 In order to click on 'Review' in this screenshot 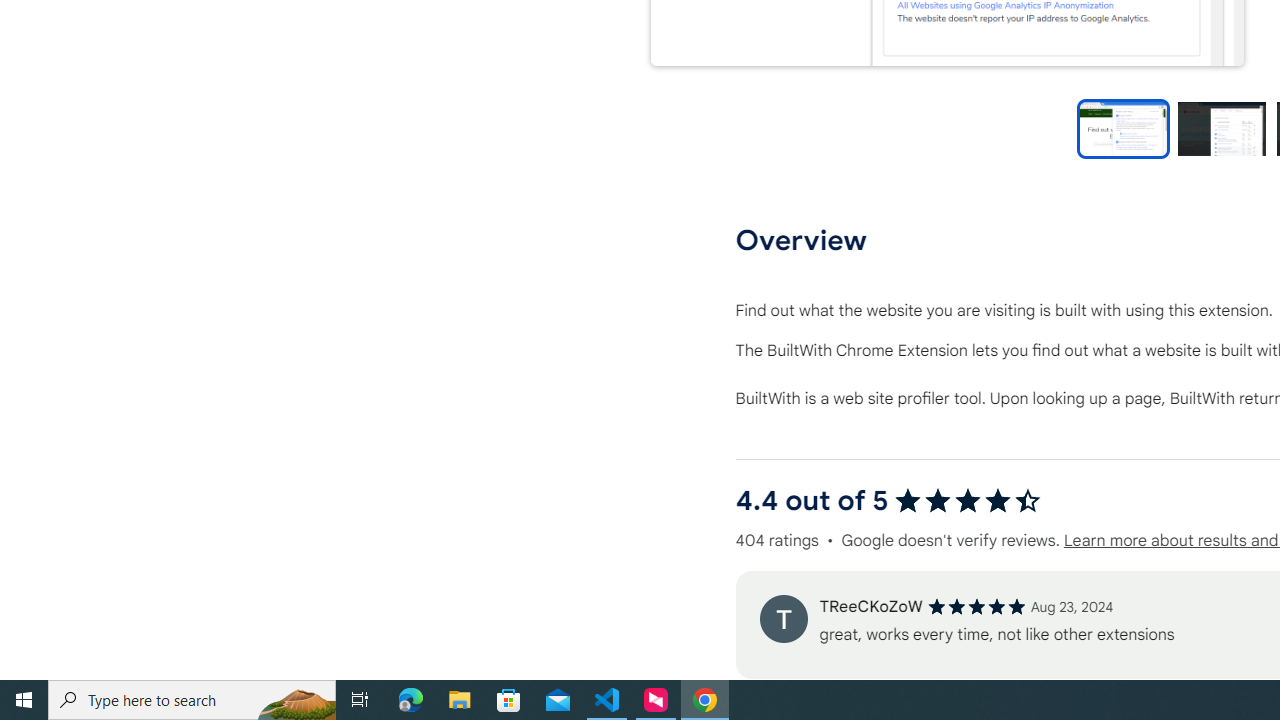, I will do `click(782, 617)`.